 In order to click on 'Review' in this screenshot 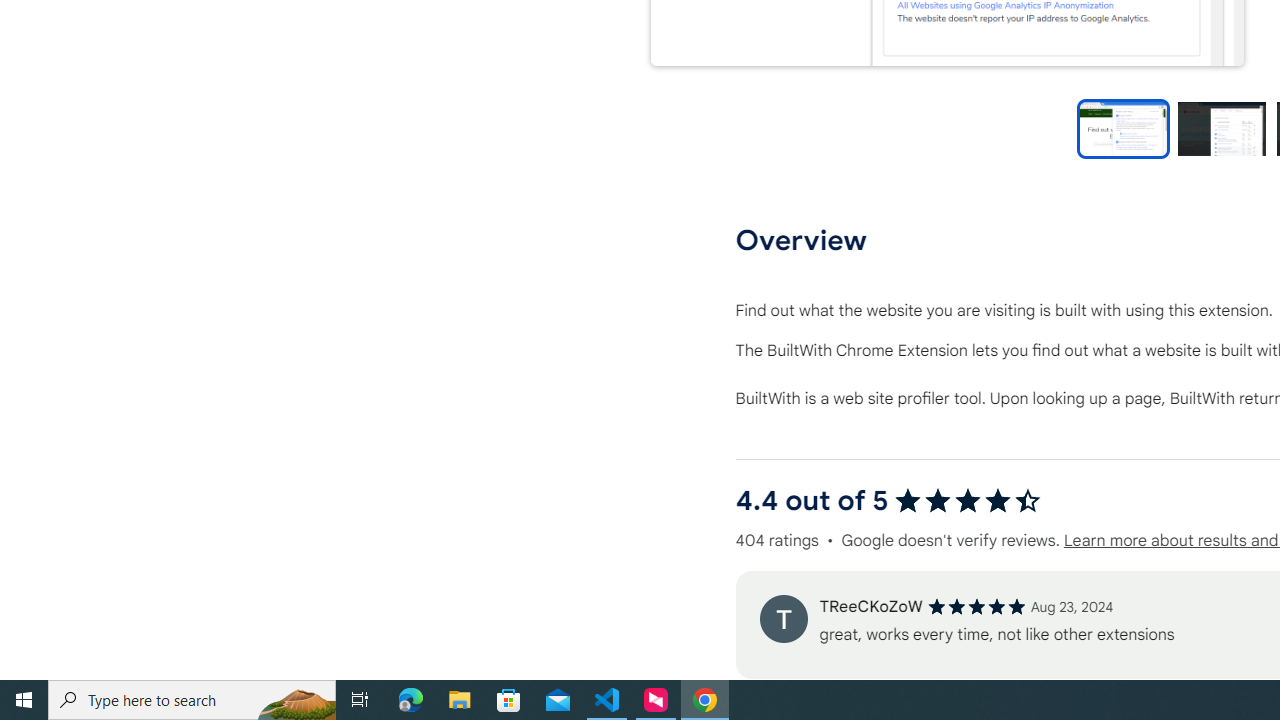, I will do `click(782, 617)`.